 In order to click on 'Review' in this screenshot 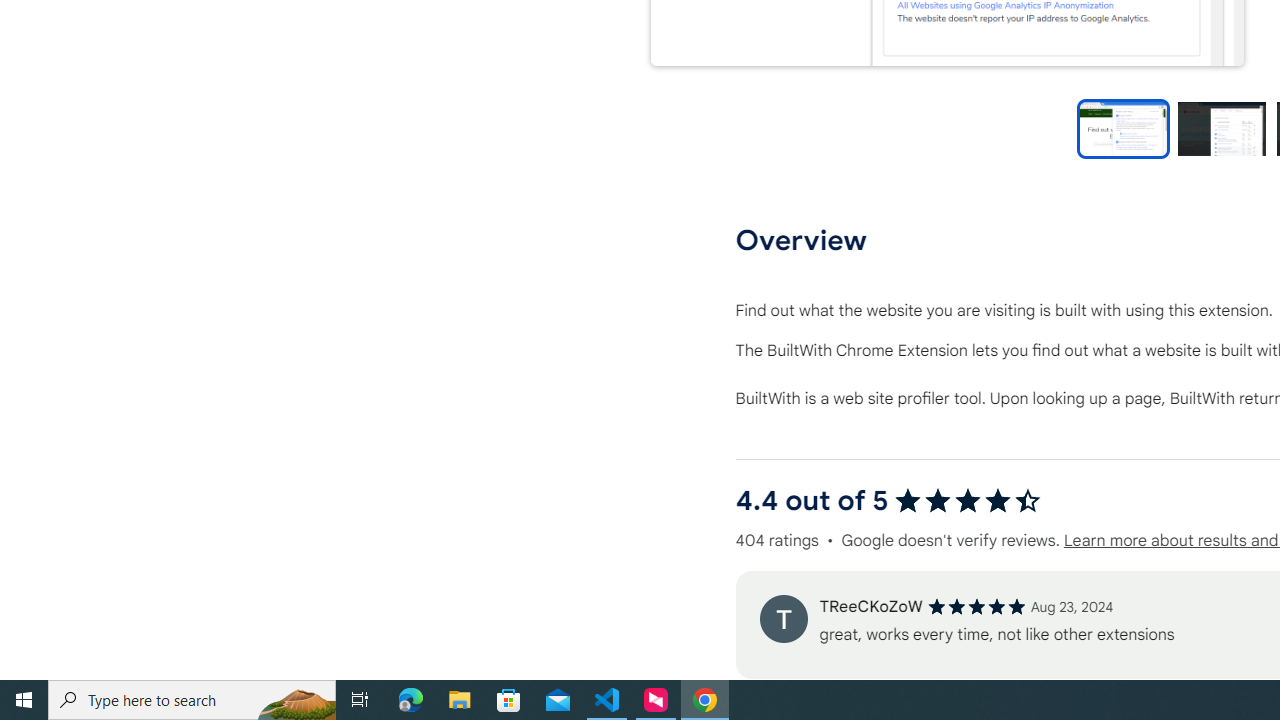, I will do `click(782, 617)`.